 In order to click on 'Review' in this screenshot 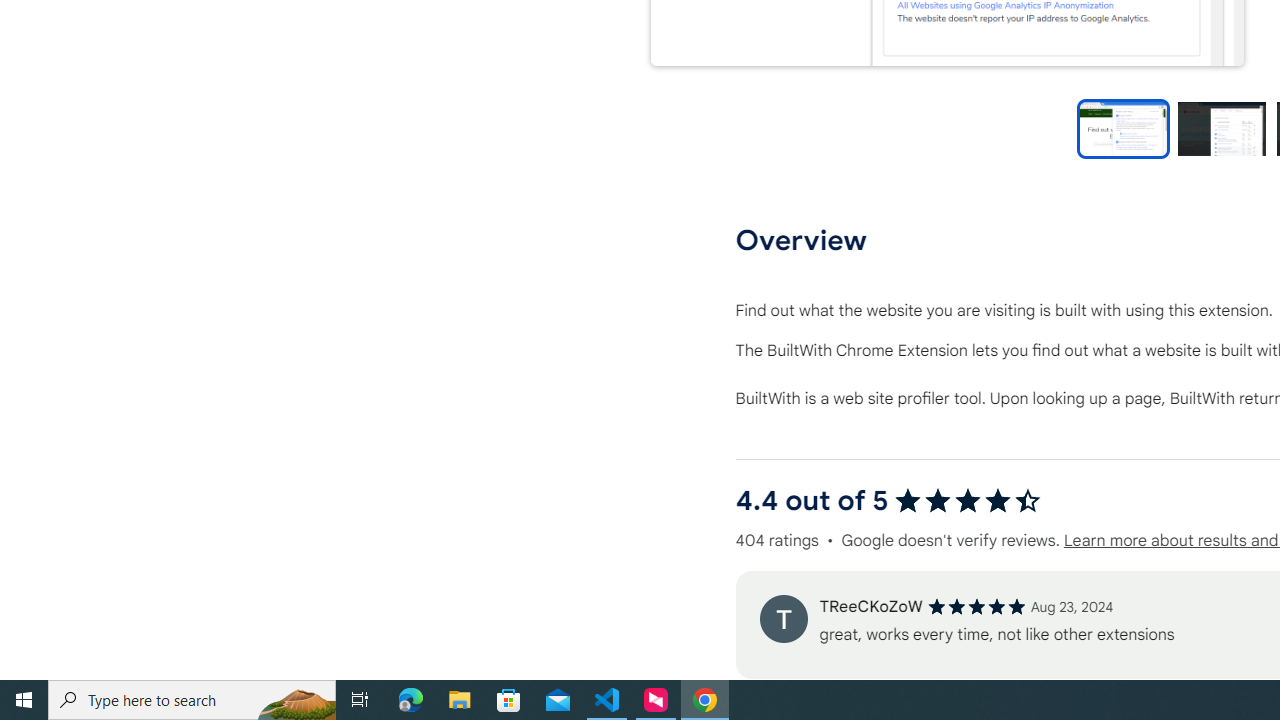, I will do `click(782, 617)`.